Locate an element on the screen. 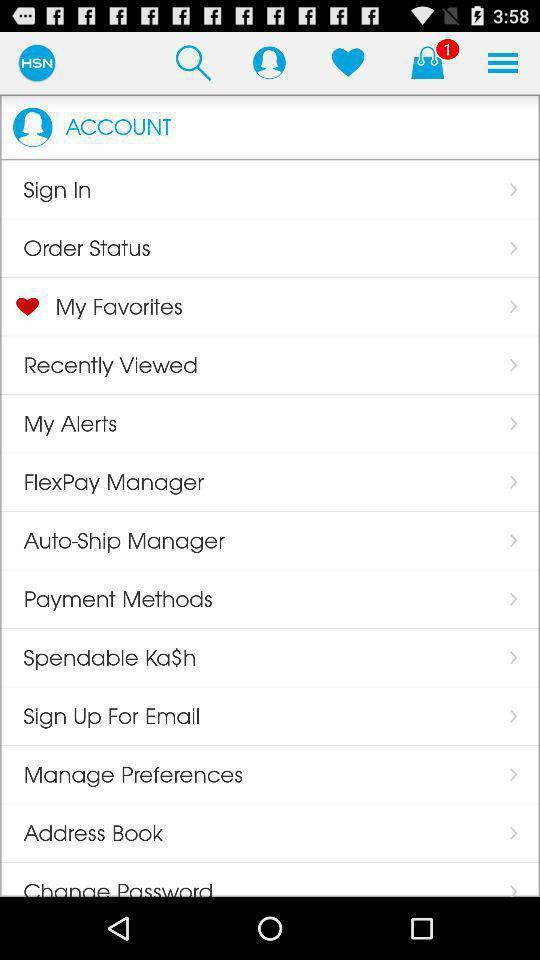 The width and height of the screenshot is (540, 960). shopping cart is located at coordinates (426, 62).